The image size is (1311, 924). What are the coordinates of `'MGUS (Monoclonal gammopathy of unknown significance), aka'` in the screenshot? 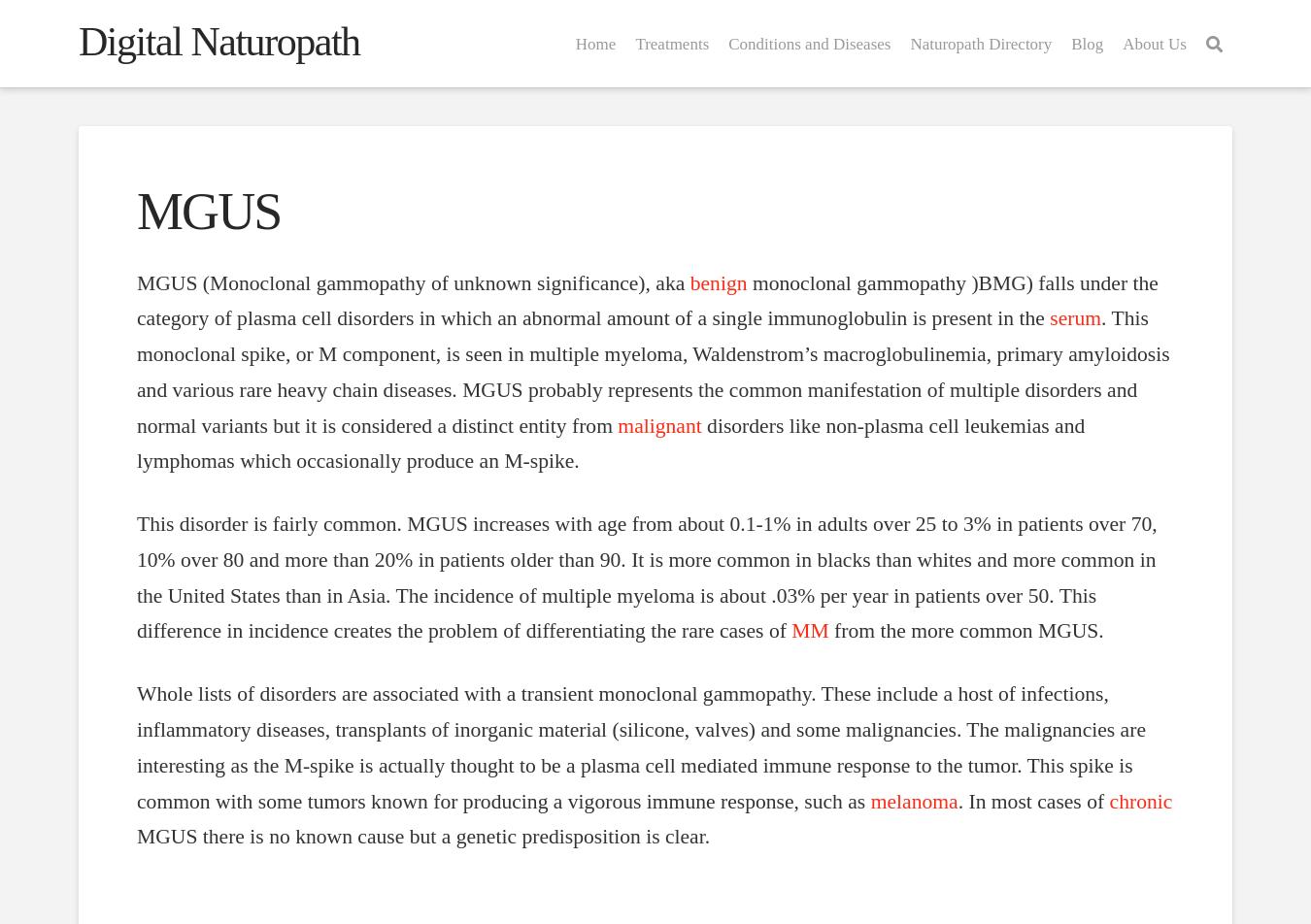 It's located at (413, 282).